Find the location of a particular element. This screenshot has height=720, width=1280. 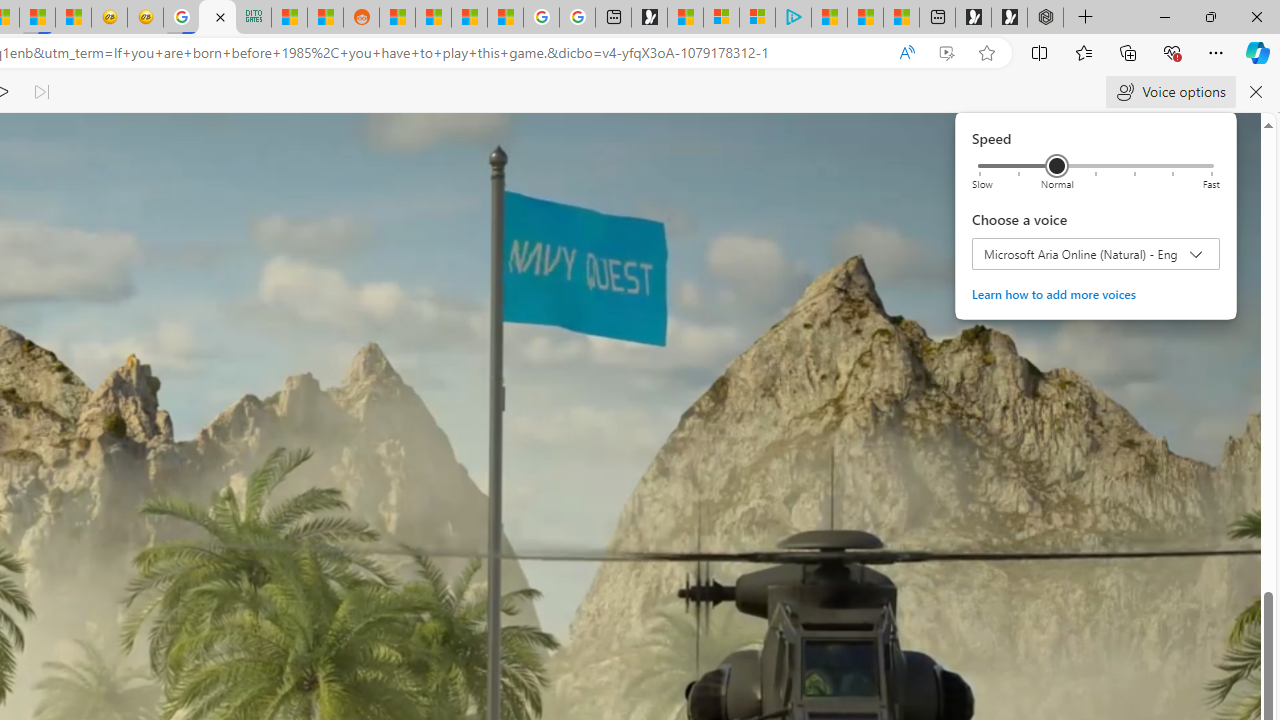

'Microsoft Start Gaming' is located at coordinates (649, 17).